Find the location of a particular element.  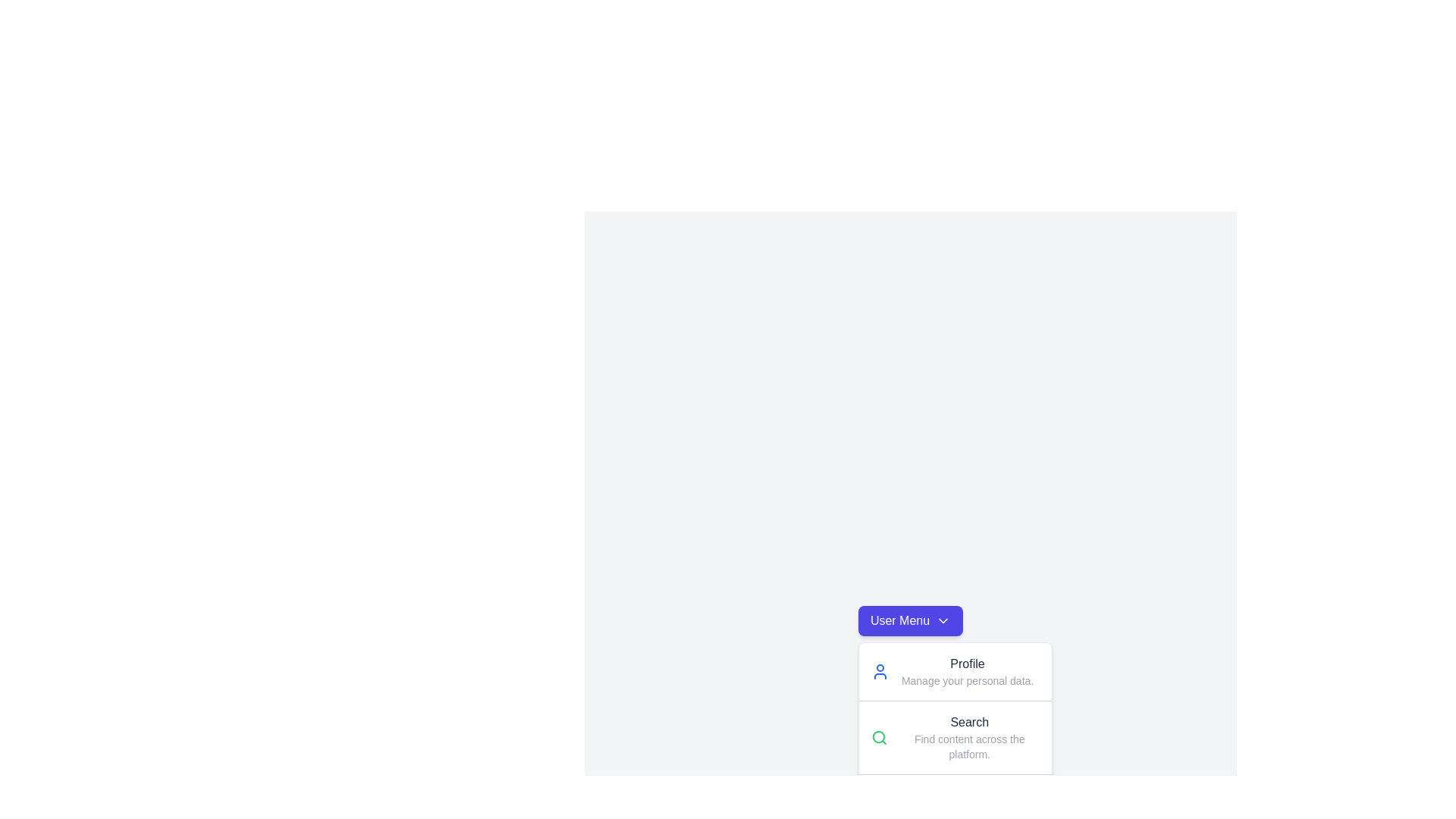

the 'Profile' text label that indicates the section for user profile management is located at coordinates (967, 663).